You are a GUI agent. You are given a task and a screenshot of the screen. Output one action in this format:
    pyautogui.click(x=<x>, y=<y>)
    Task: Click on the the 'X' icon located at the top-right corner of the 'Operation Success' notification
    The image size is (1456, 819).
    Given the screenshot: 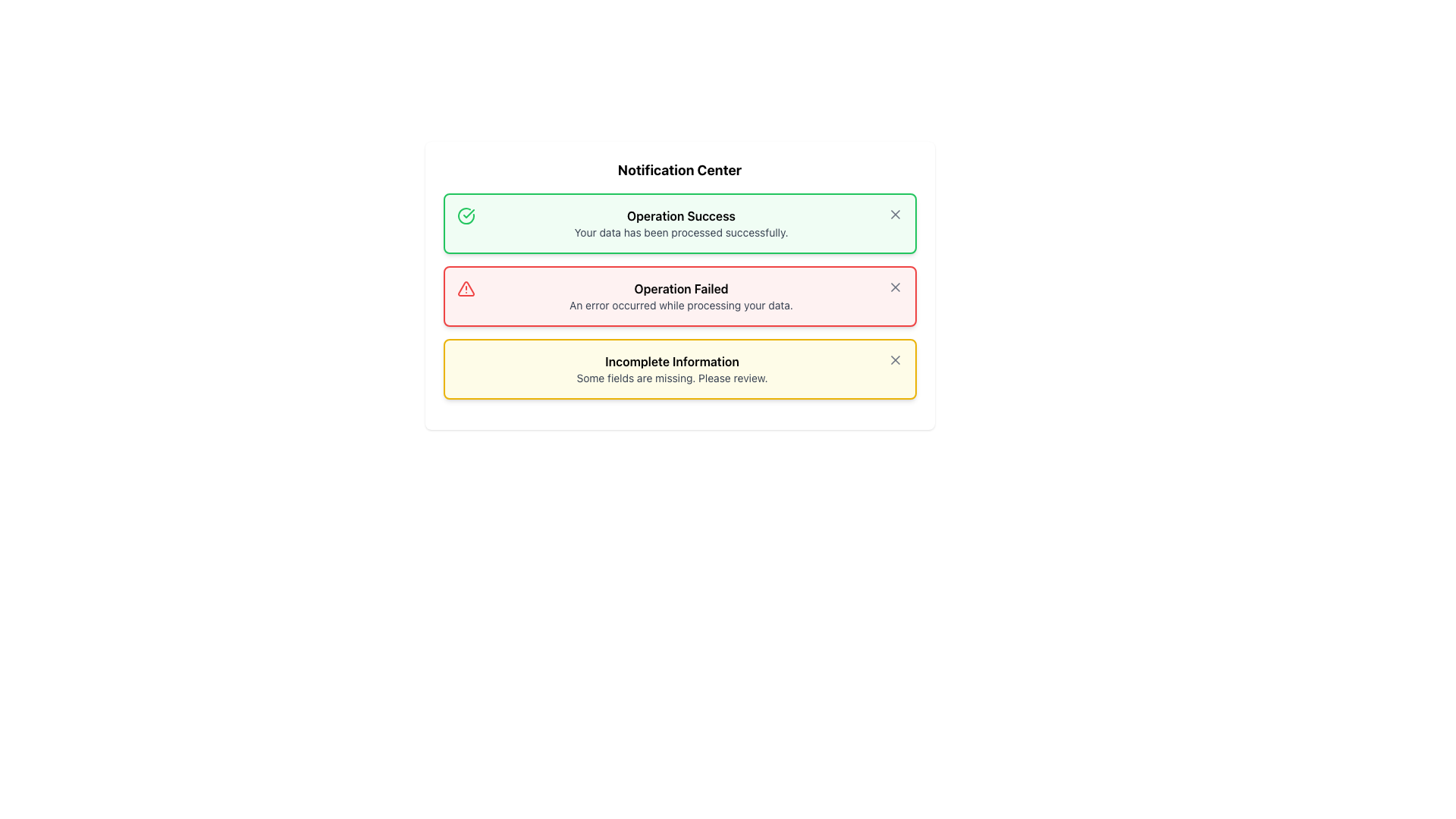 What is the action you would take?
    pyautogui.click(x=895, y=214)
    